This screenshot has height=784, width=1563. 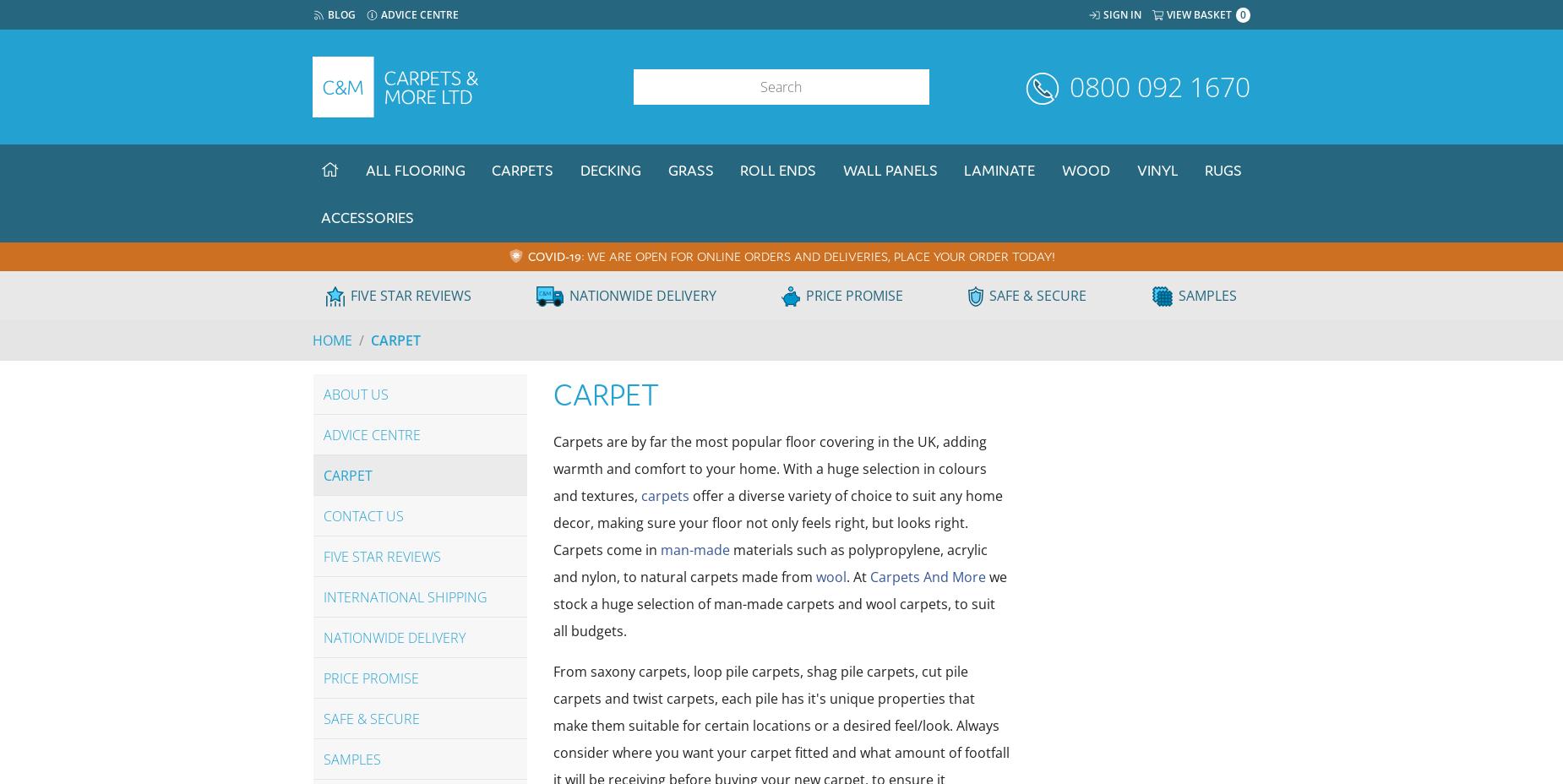 What do you see at coordinates (363, 170) in the screenshot?
I see `'All Flooring'` at bounding box center [363, 170].